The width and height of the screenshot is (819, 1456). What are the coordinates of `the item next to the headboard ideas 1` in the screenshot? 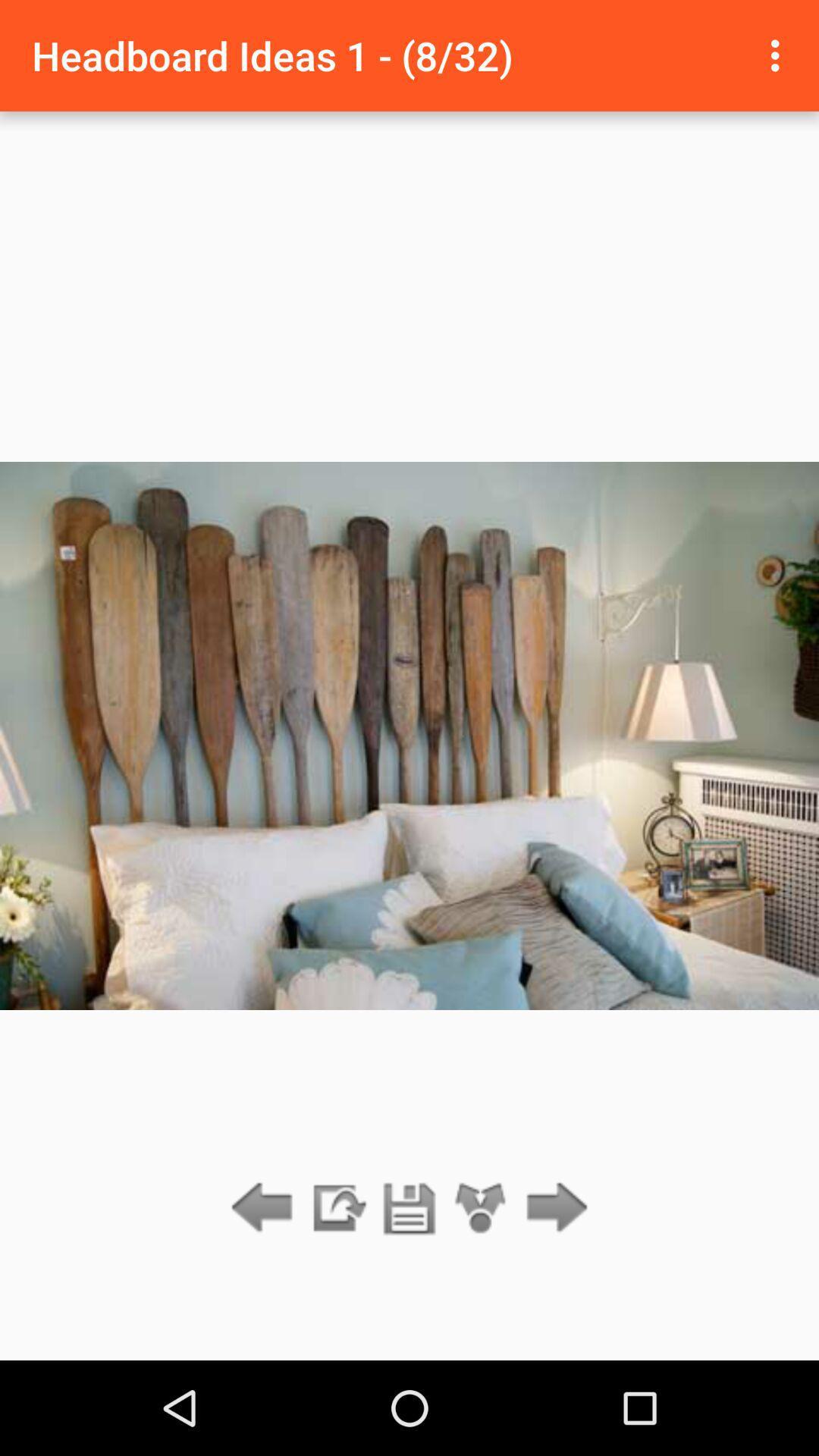 It's located at (779, 55).